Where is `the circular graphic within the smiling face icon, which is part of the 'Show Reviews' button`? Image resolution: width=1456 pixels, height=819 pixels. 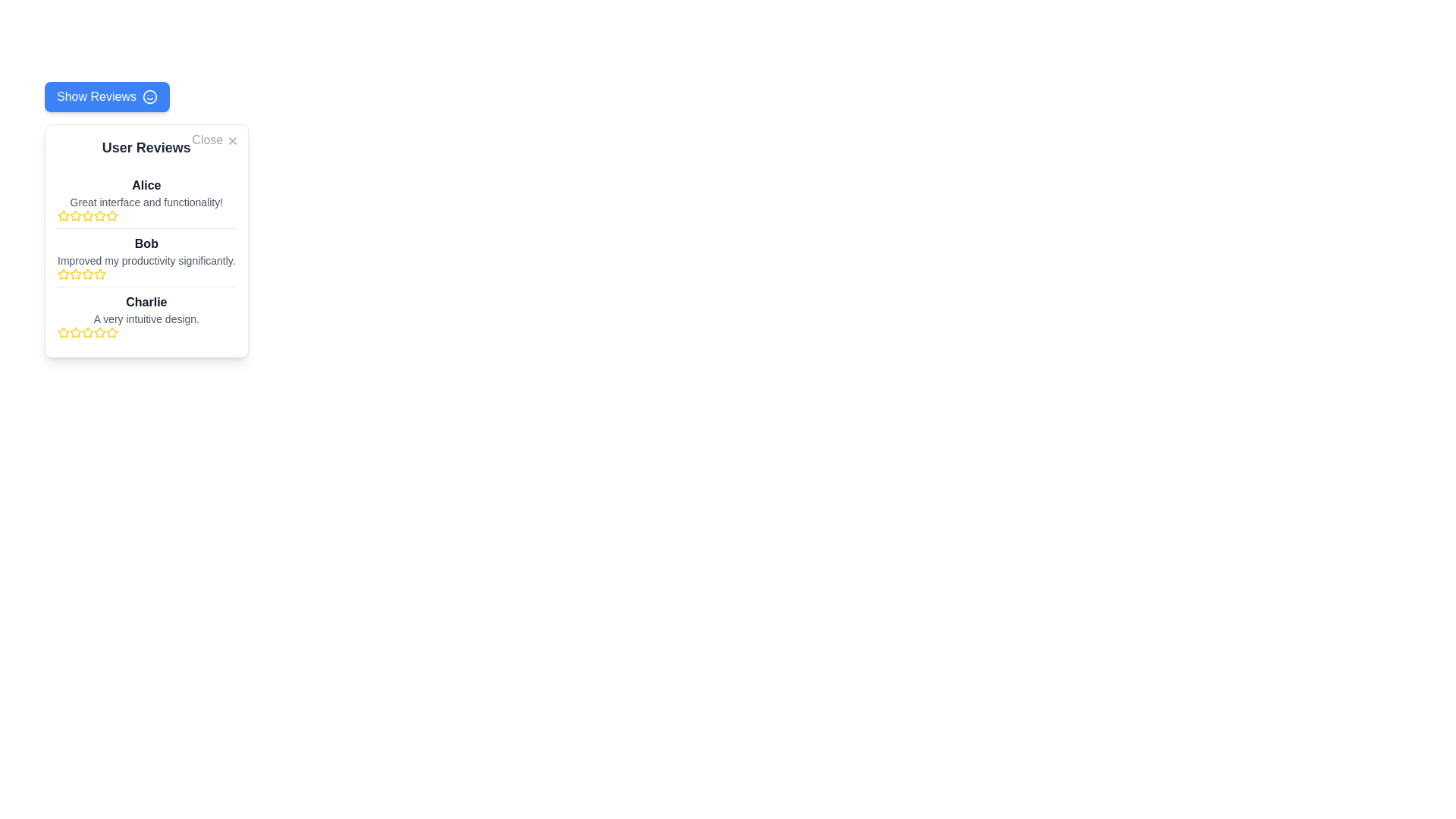 the circular graphic within the smiling face icon, which is part of the 'Show Reviews' button is located at coordinates (149, 96).